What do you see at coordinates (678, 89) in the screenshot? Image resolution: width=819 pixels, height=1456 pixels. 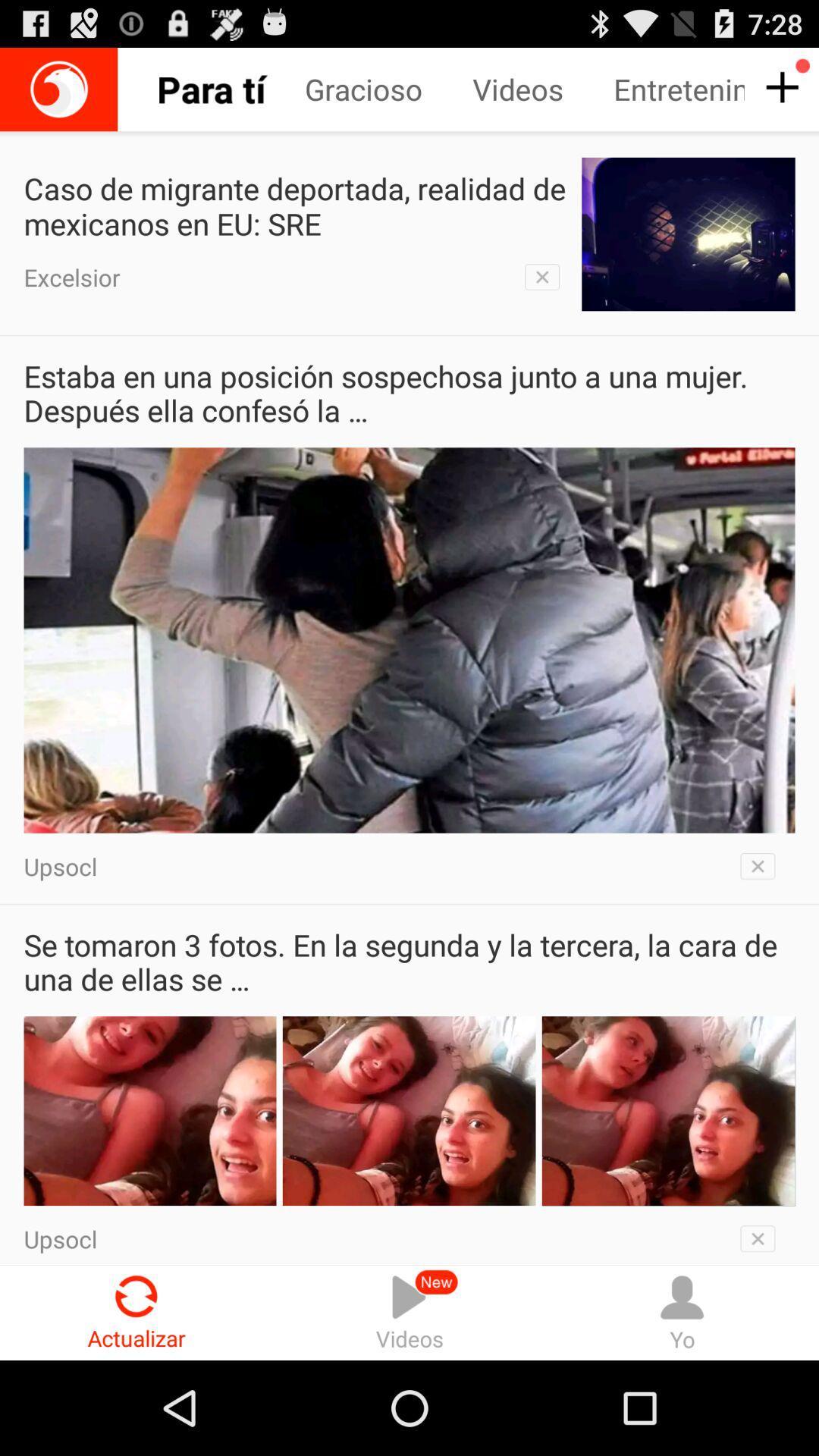 I see `the entretenimiento icon` at bounding box center [678, 89].